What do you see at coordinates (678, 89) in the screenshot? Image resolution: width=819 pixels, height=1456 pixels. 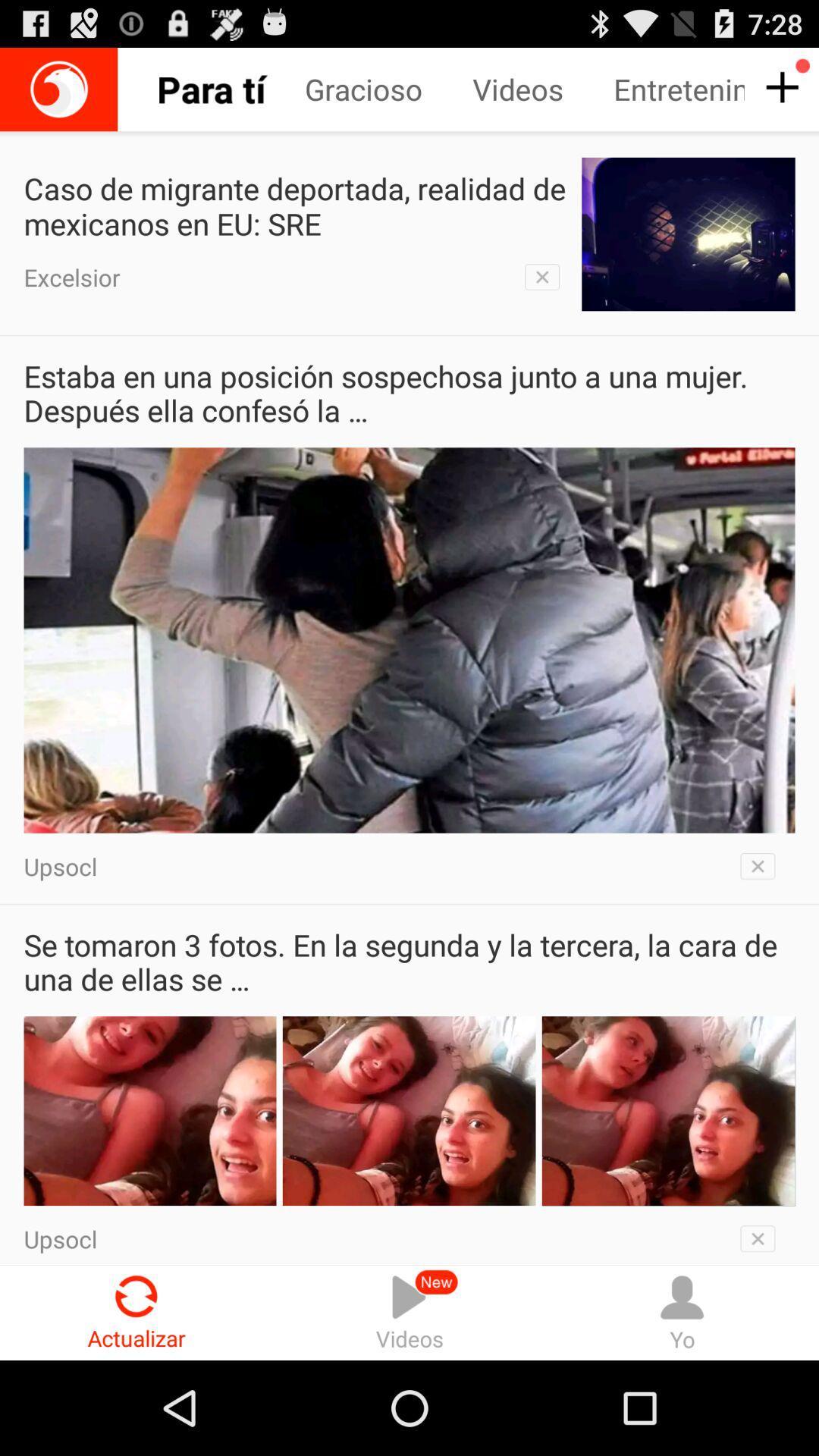 I see `the entretenimiento icon` at bounding box center [678, 89].